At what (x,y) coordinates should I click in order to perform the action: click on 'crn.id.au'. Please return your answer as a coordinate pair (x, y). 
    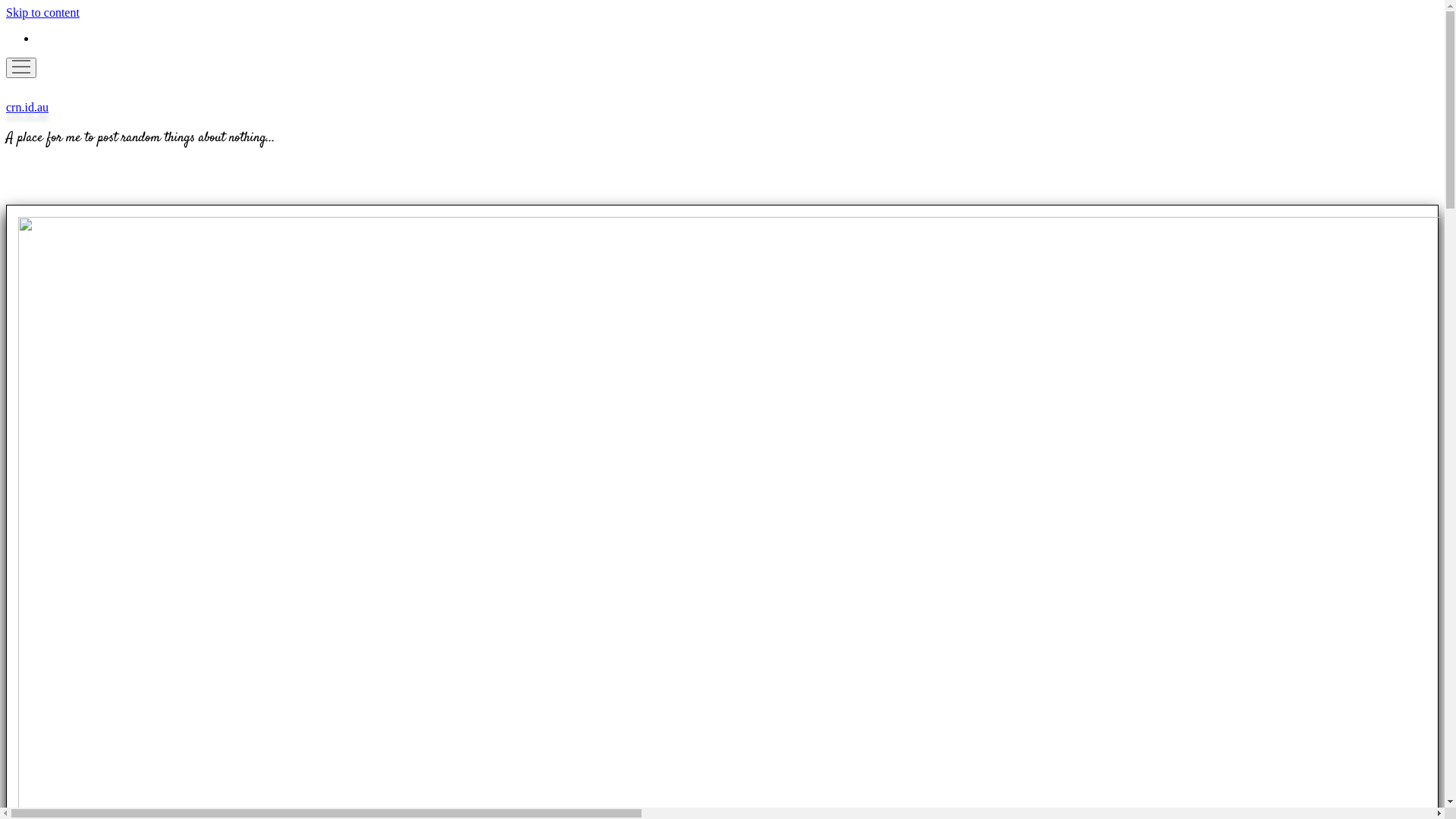
    Looking at the image, I should click on (6, 106).